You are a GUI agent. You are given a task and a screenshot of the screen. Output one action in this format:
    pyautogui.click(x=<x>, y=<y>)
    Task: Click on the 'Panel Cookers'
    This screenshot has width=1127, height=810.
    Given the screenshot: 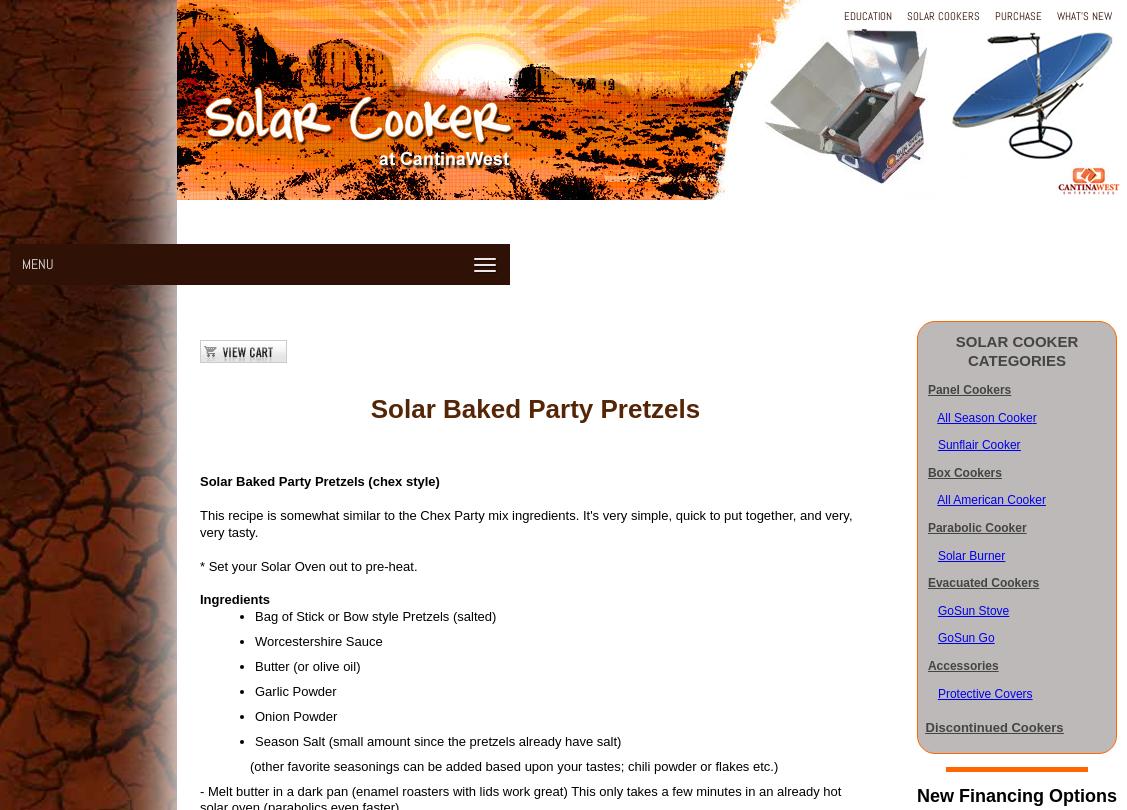 What is the action you would take?
    pyautogui.click(x=926, y=389)
    